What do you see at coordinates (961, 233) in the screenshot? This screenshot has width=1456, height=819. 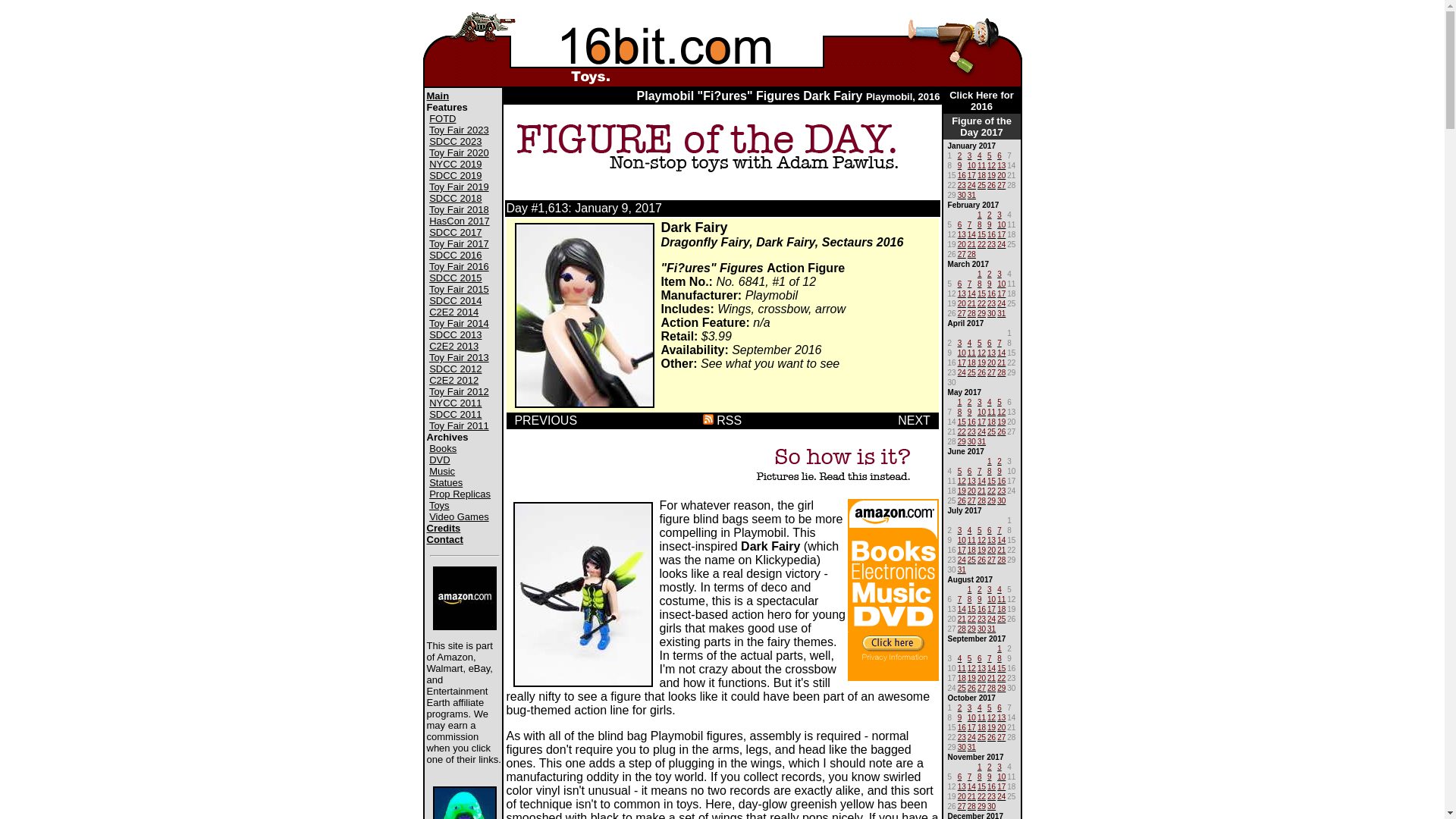 I see `'13'` at bounding box center [961, 233].